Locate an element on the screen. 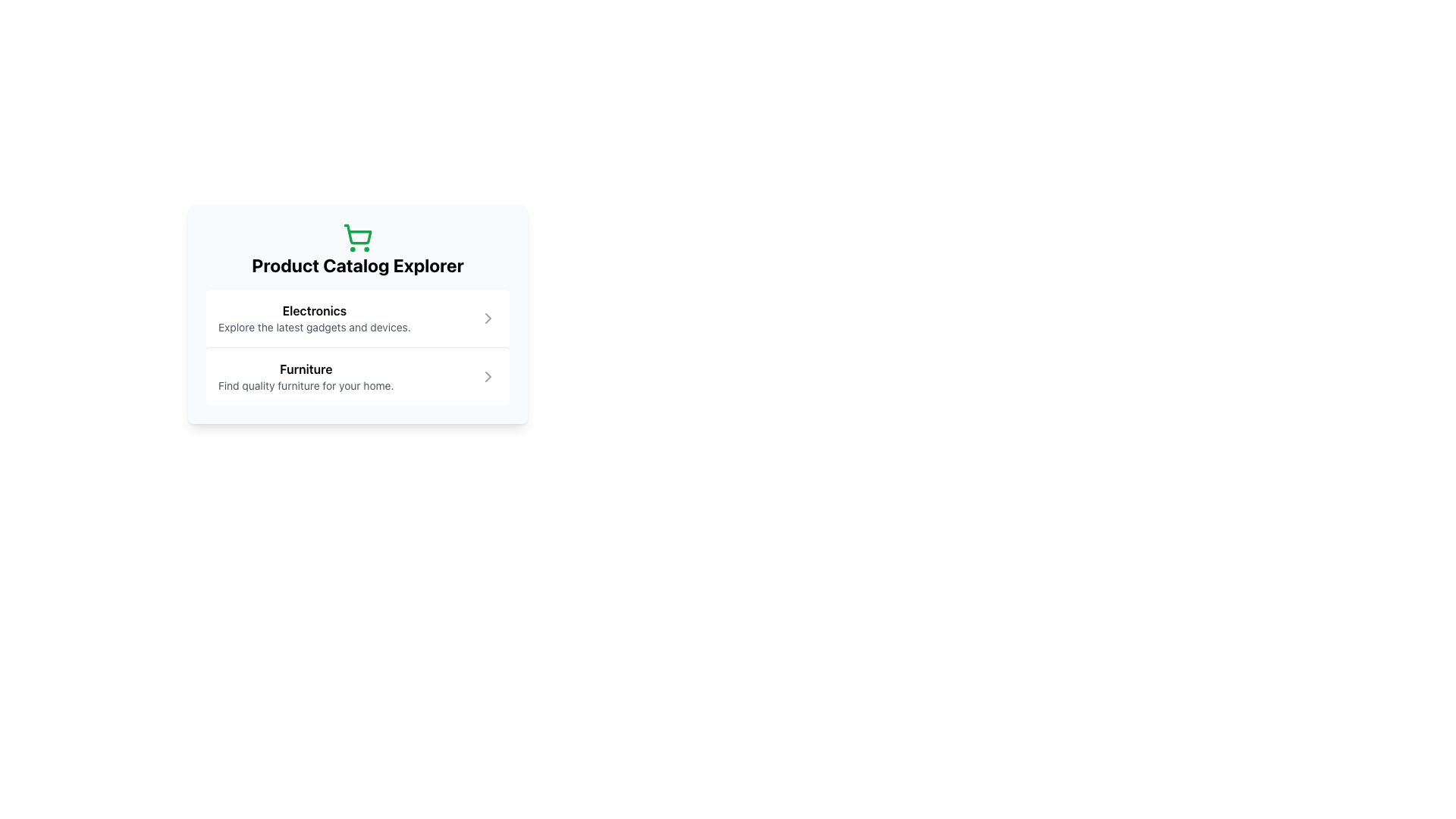 The image size is (1456, 819). the text element that says 'Find quality furniture for your home.' located below the 'Furniture' heading in the 'Product Catalog Explorer' section is located at coordinates (305, 385).